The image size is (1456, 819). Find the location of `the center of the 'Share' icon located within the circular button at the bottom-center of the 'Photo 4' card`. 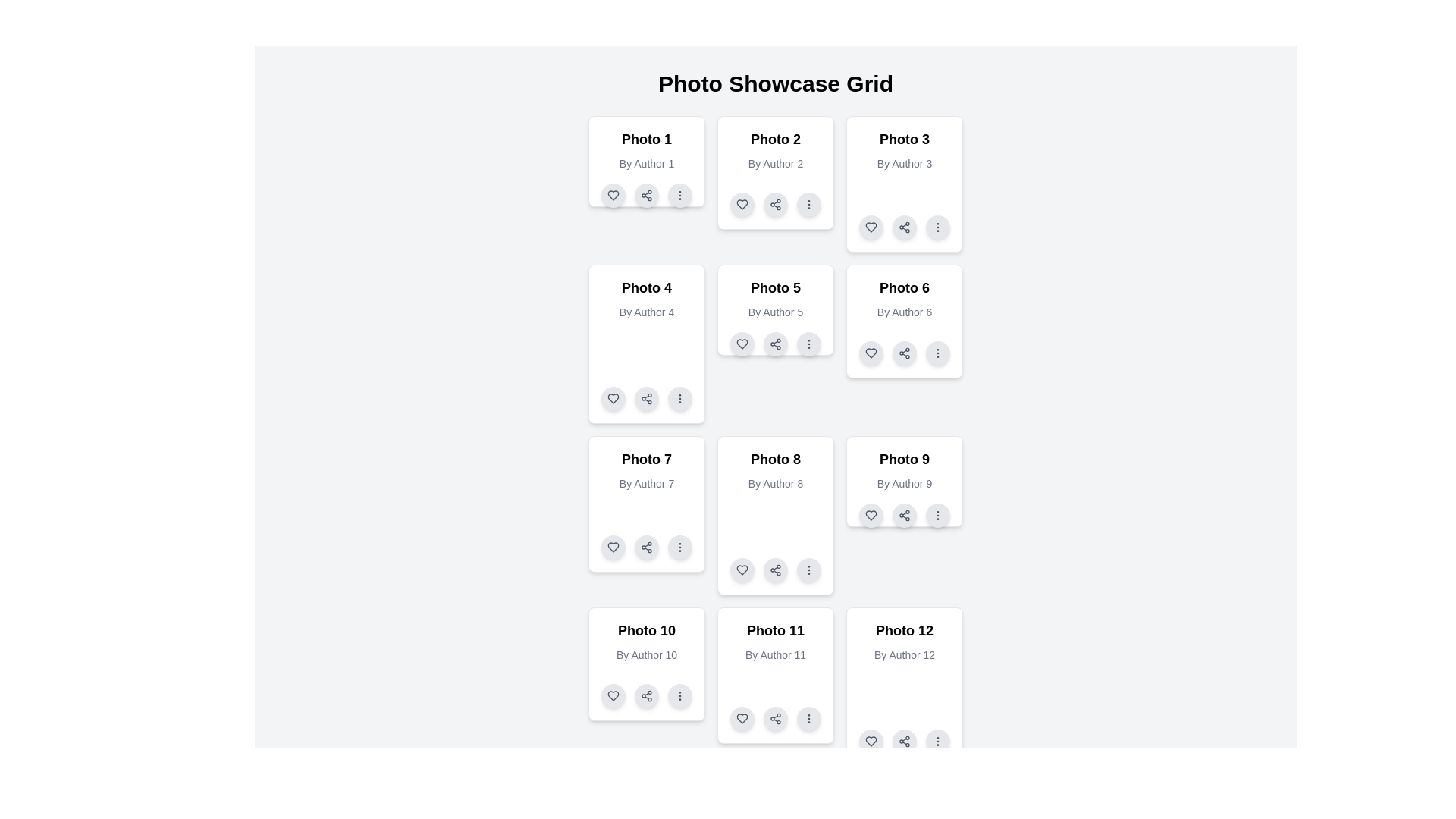

the center of the 'Share' icon located within the circular button at the bottom-center of the 'Photo 4' card is located at coordinates (647, 397).